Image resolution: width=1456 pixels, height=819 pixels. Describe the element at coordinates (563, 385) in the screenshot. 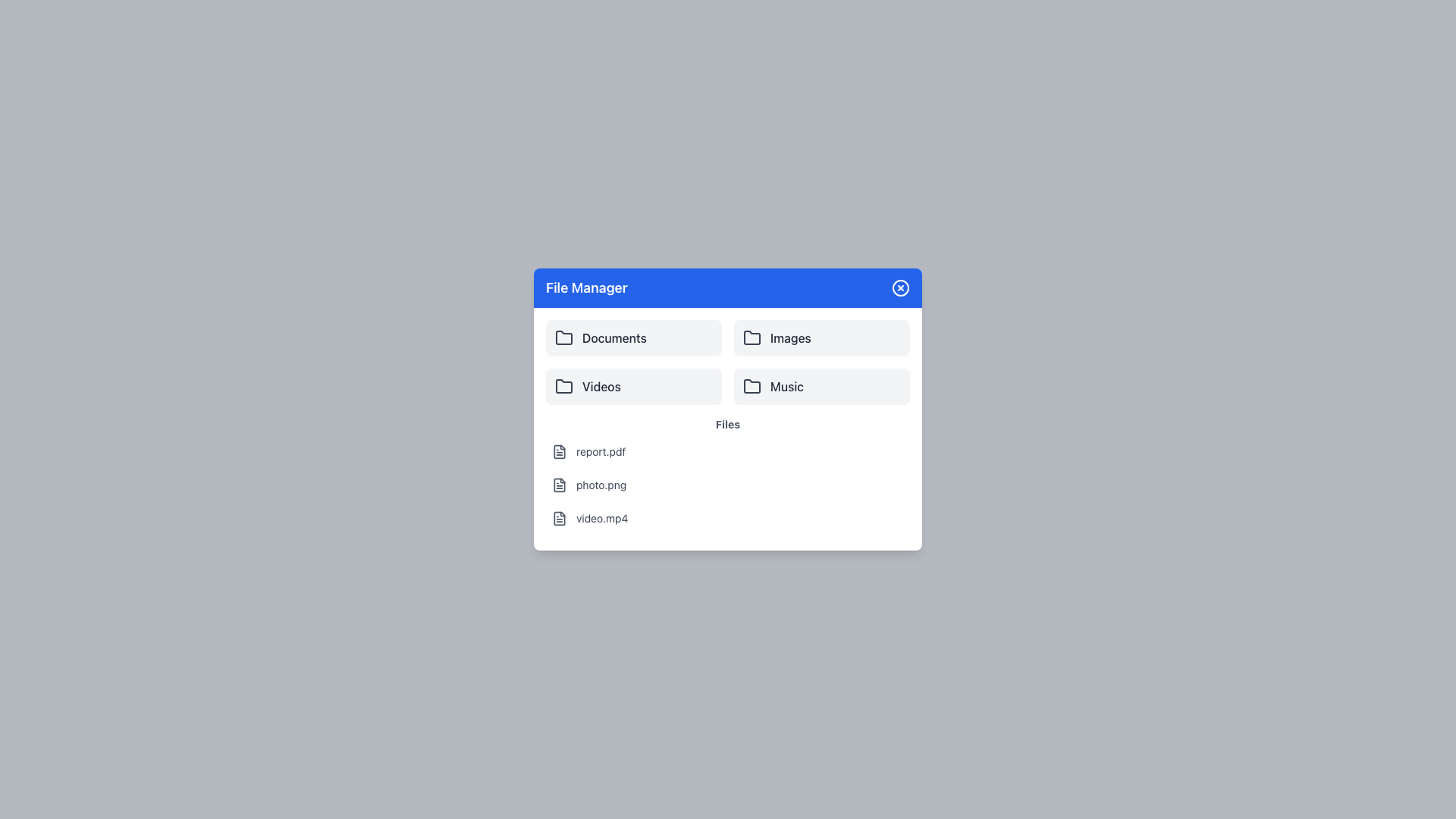

I see `the folder icon representing 'Videos'` at that location.